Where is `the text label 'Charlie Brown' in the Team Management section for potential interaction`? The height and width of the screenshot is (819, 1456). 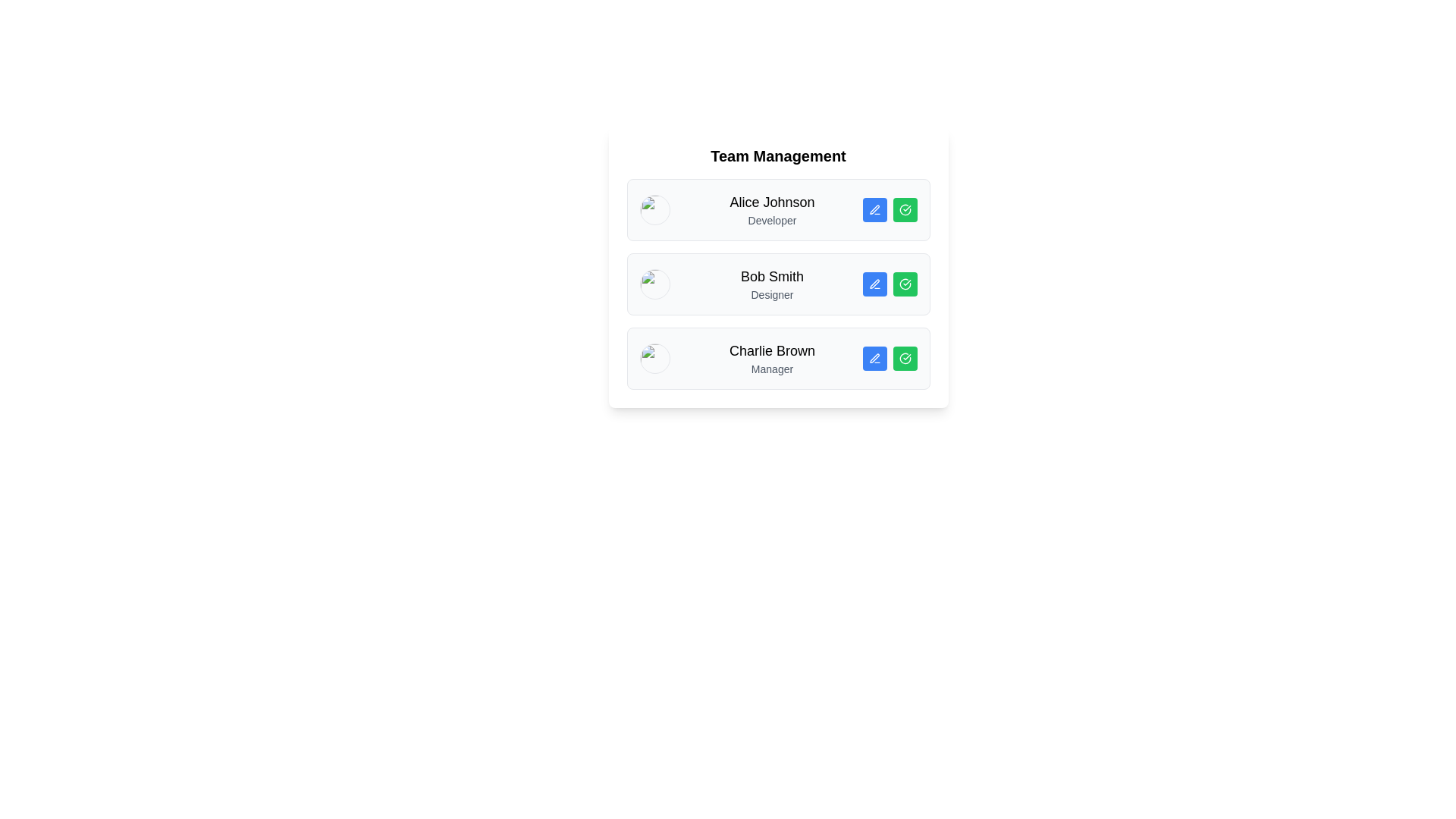
the text label 'Charlie Brown' in the Team Management section for potential interaction is located at coordinates (772, 350).